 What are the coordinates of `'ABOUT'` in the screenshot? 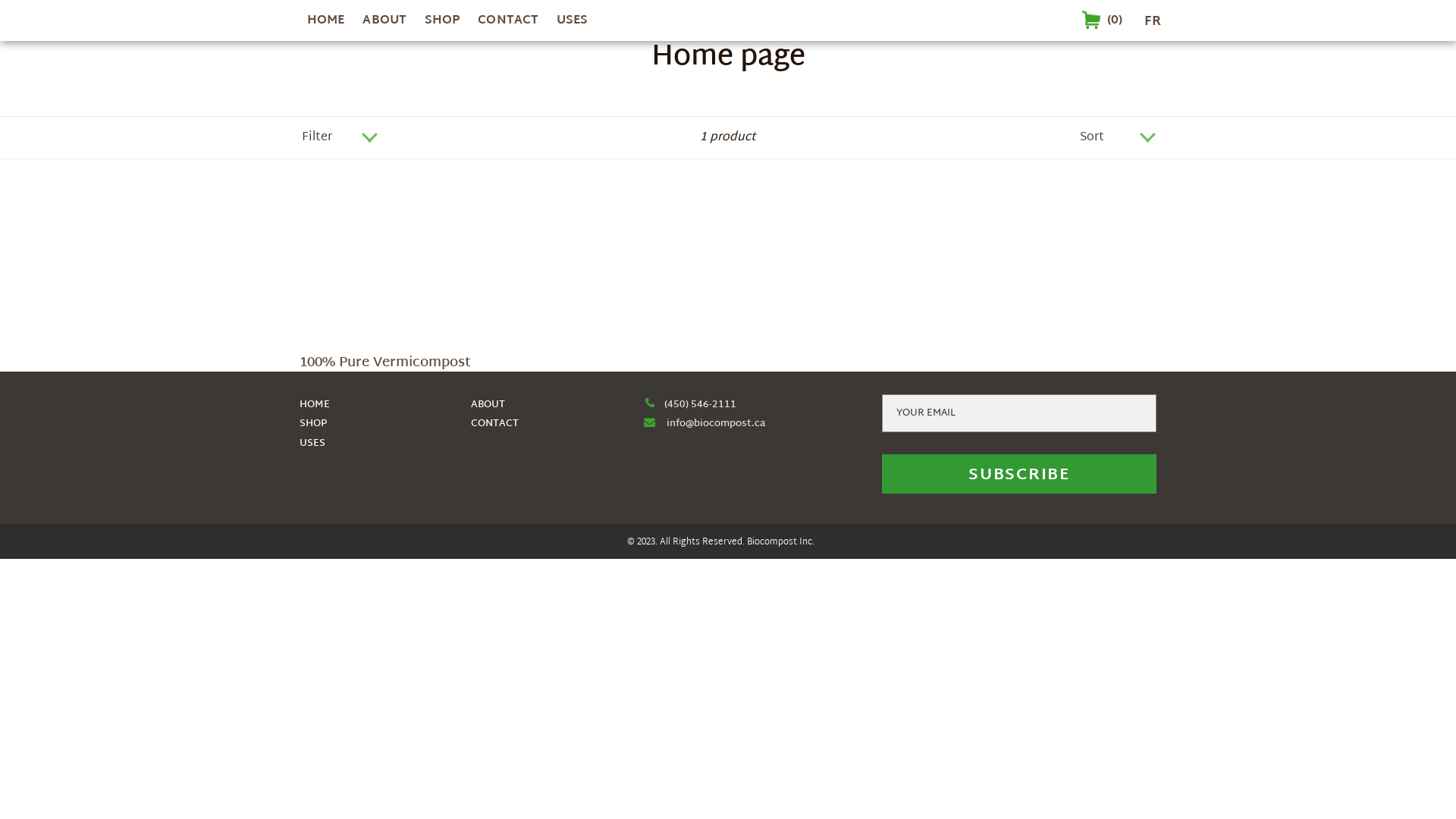 It's located at (384, 20).